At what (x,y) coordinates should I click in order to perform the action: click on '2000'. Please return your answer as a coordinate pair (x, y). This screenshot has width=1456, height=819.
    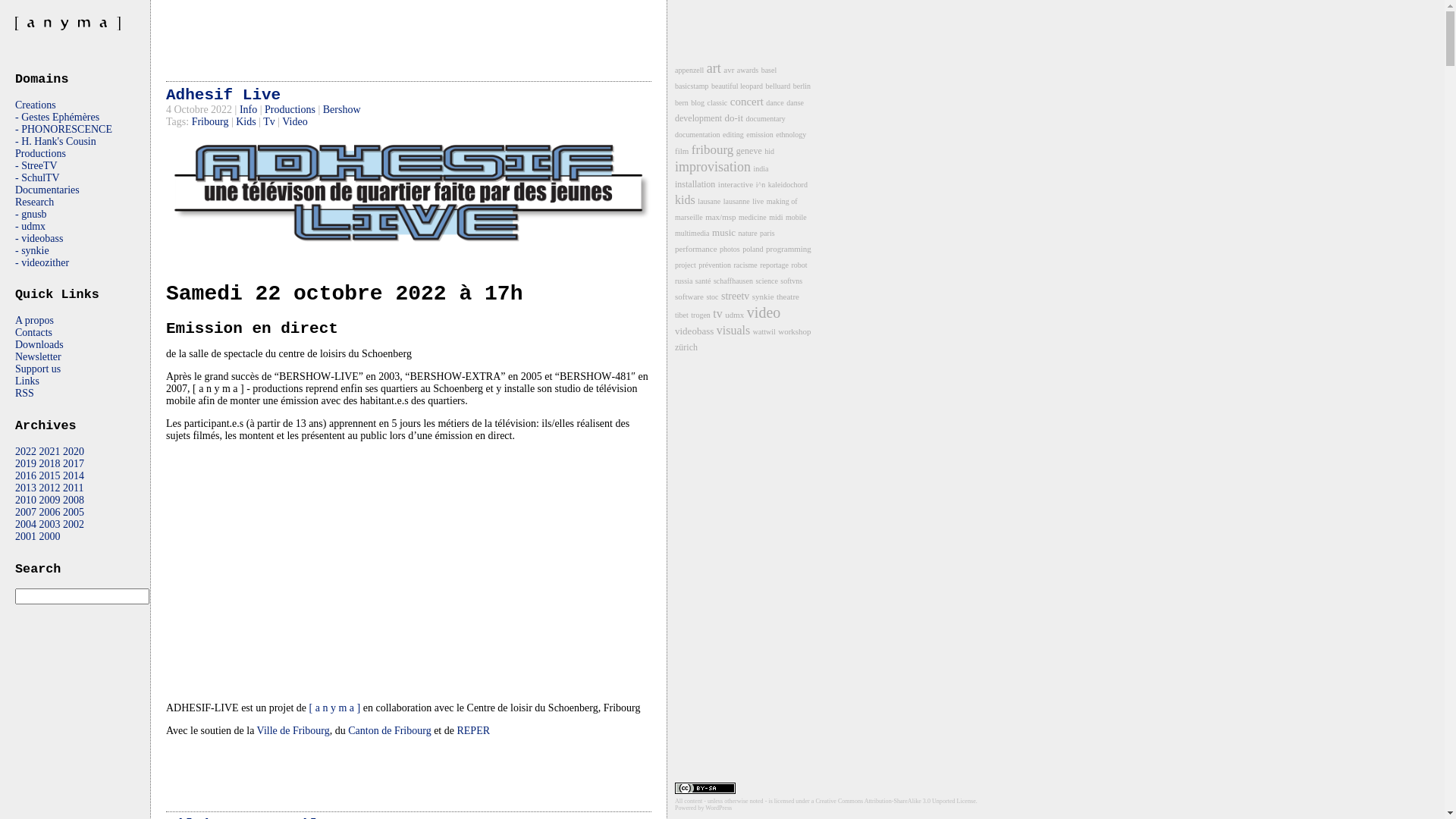
    Looking at the image, I should click on (50, 535).